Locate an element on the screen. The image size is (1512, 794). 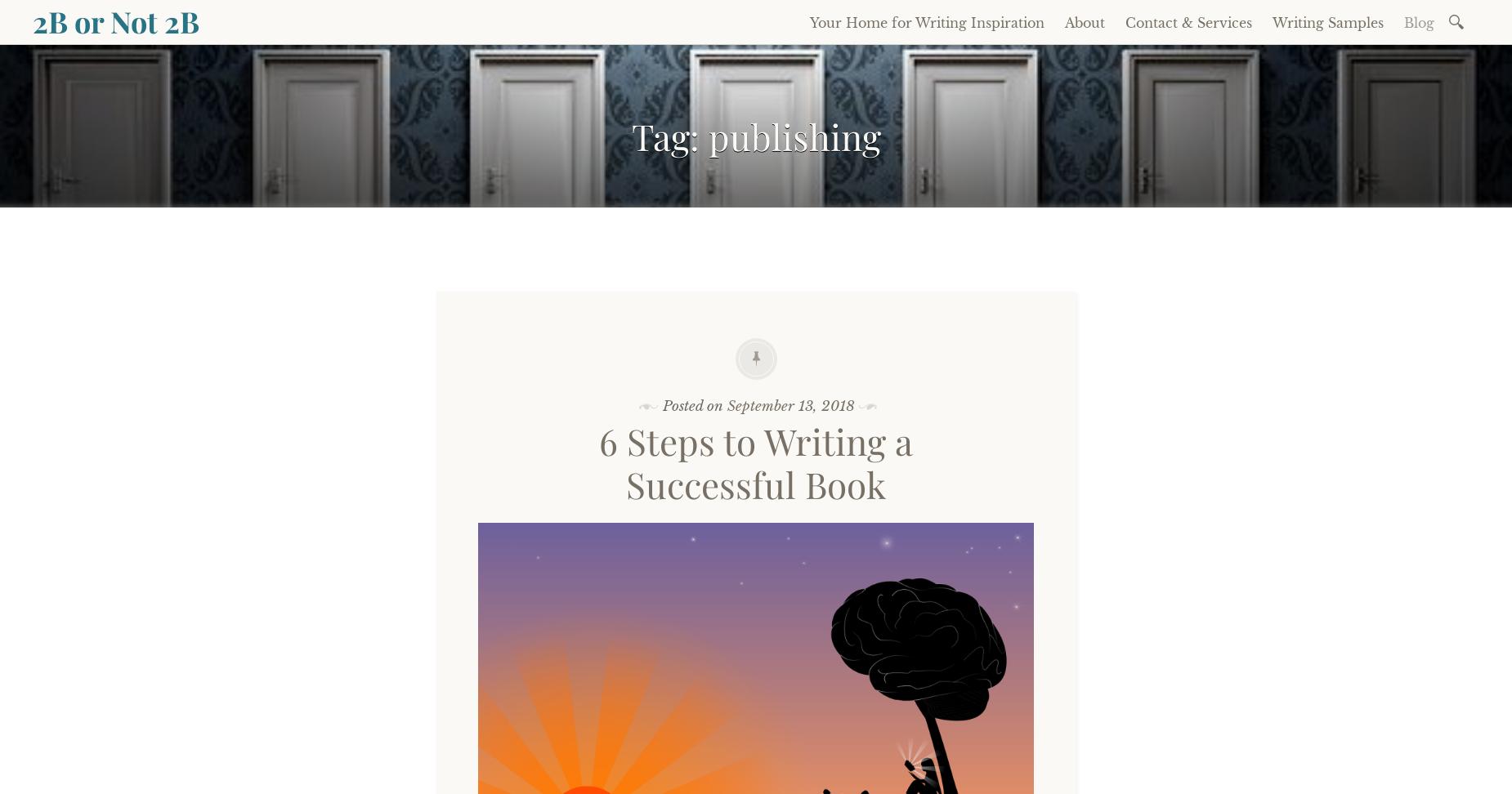
'Your Home for Writing Inspiration' is located at coordinates (926, 22).